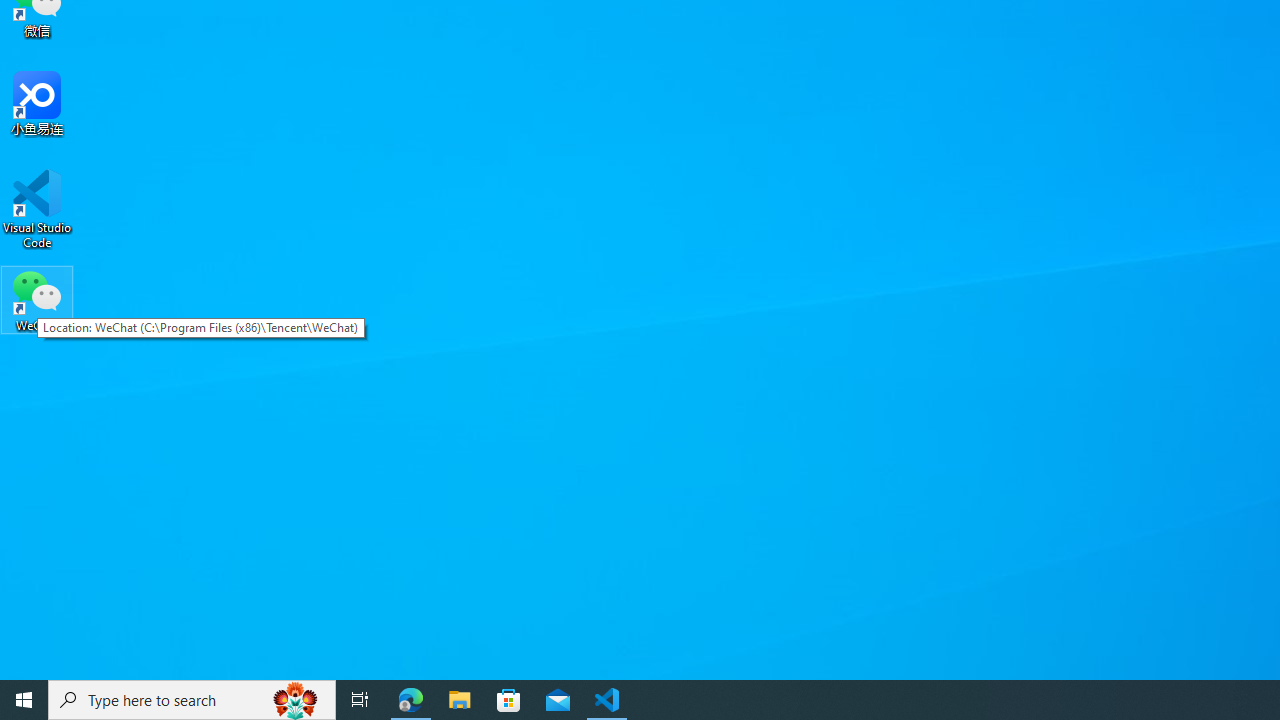  I want to click on 'Visual Studio Code', so click(37, 209).